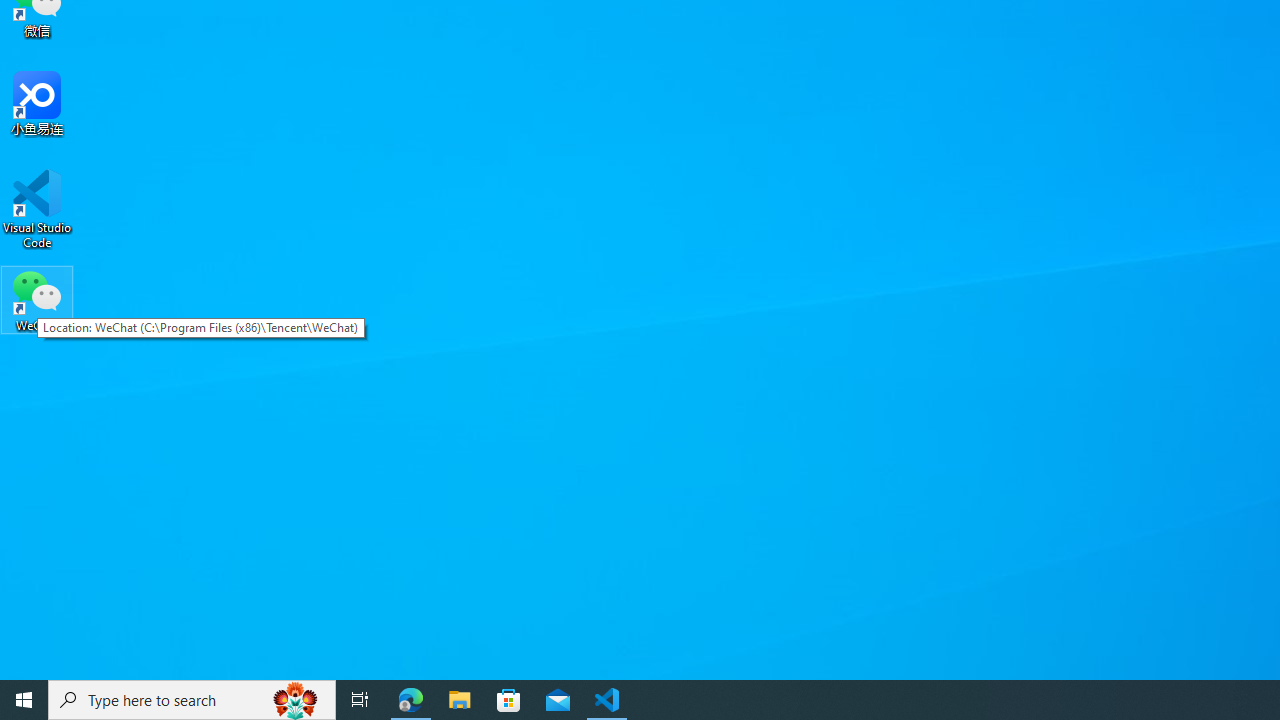  I want to click on 'Visual Studio Code', so click(37, 209).